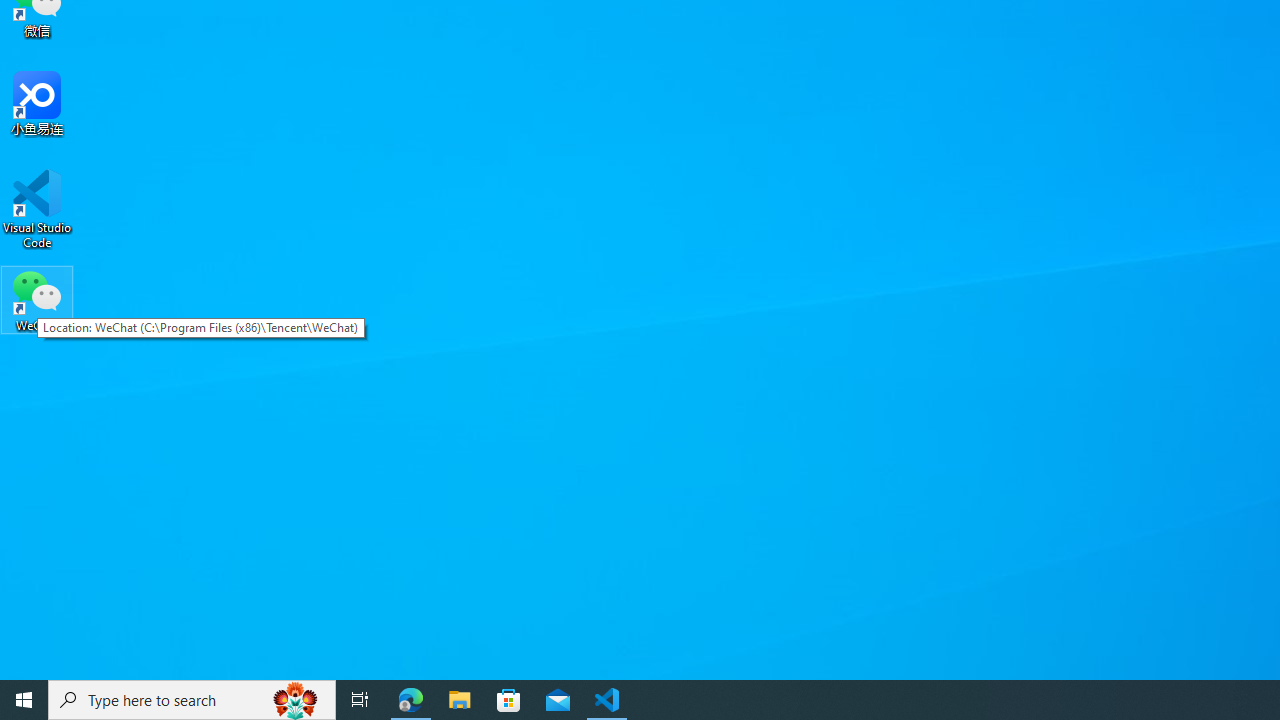  I want to click on 'Visual Studio Code', so click(37, 209).